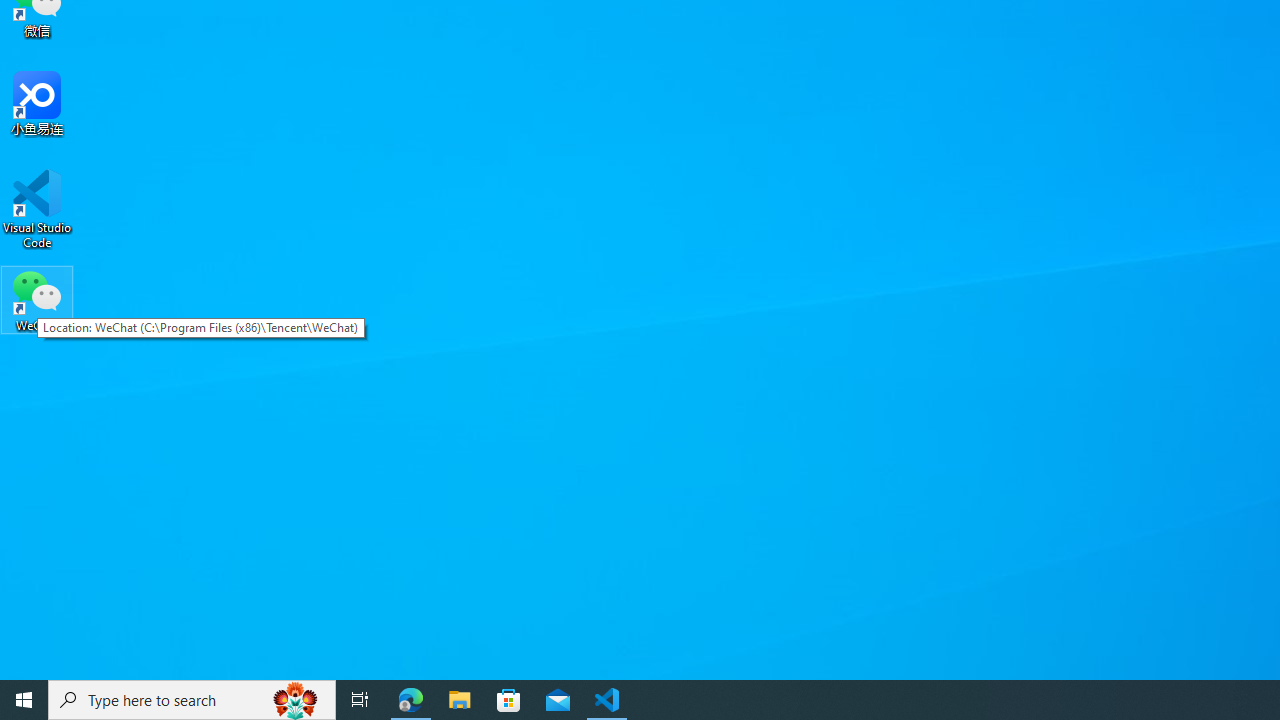  I want to click on 'Visual Studio Code', so click(37, 209).